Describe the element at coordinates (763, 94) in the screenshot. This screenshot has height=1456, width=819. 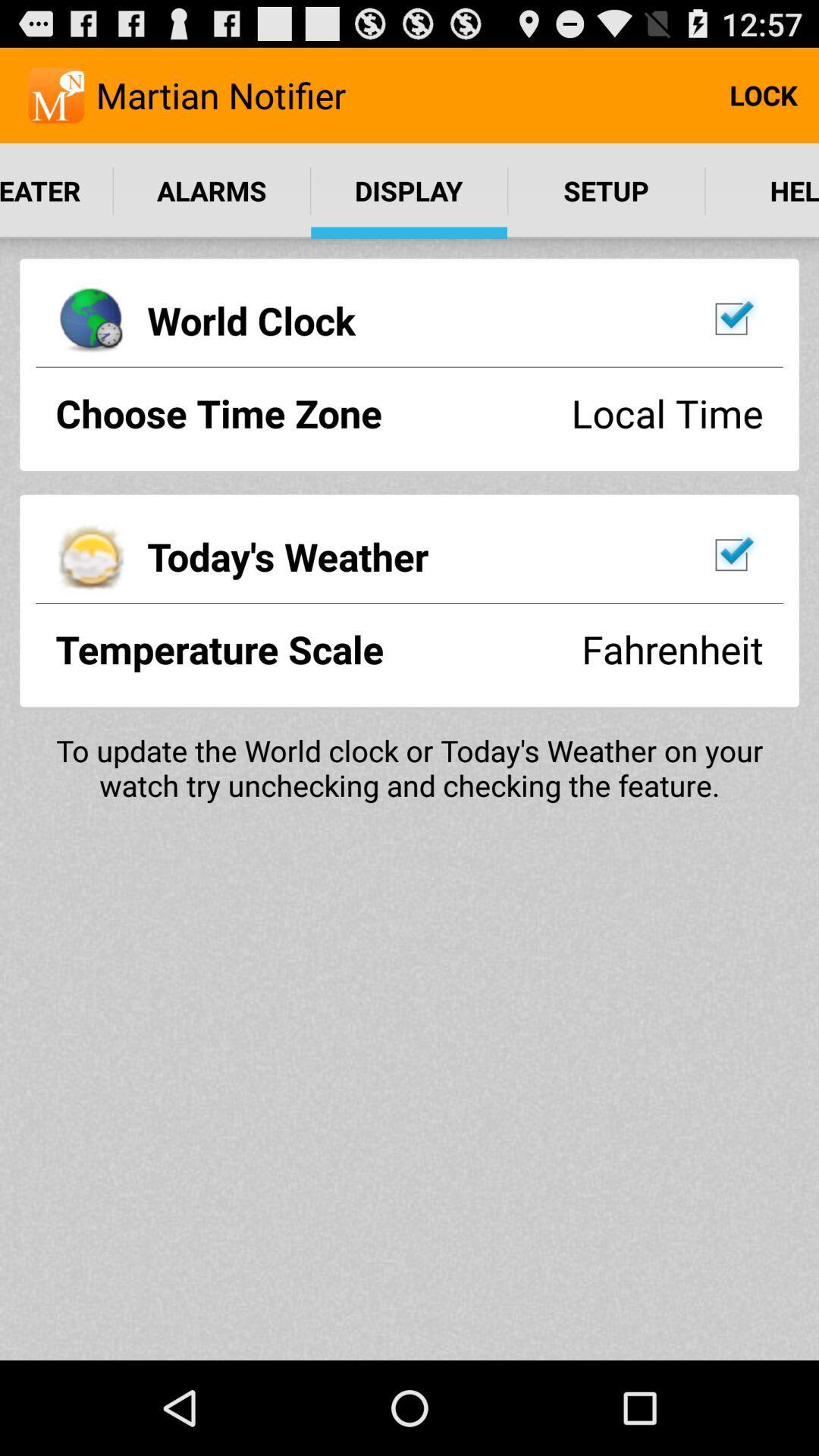
I see `the lock` at that location.